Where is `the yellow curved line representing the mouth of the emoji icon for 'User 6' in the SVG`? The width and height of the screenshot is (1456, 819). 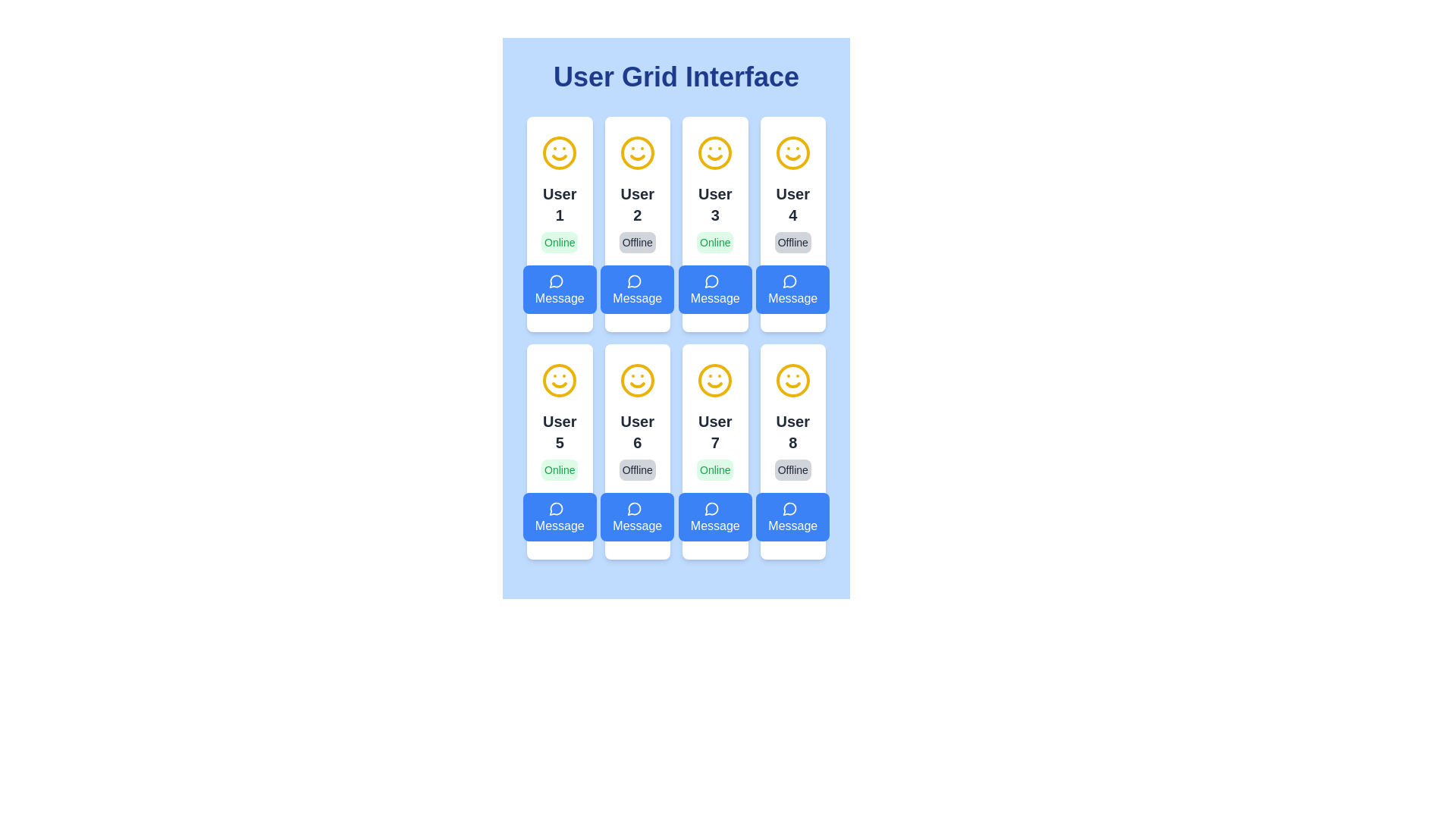
the yellow curved line representing the mouth of the emoji icon for 'User 6' in the SVG is located at coordinates (792, 384).